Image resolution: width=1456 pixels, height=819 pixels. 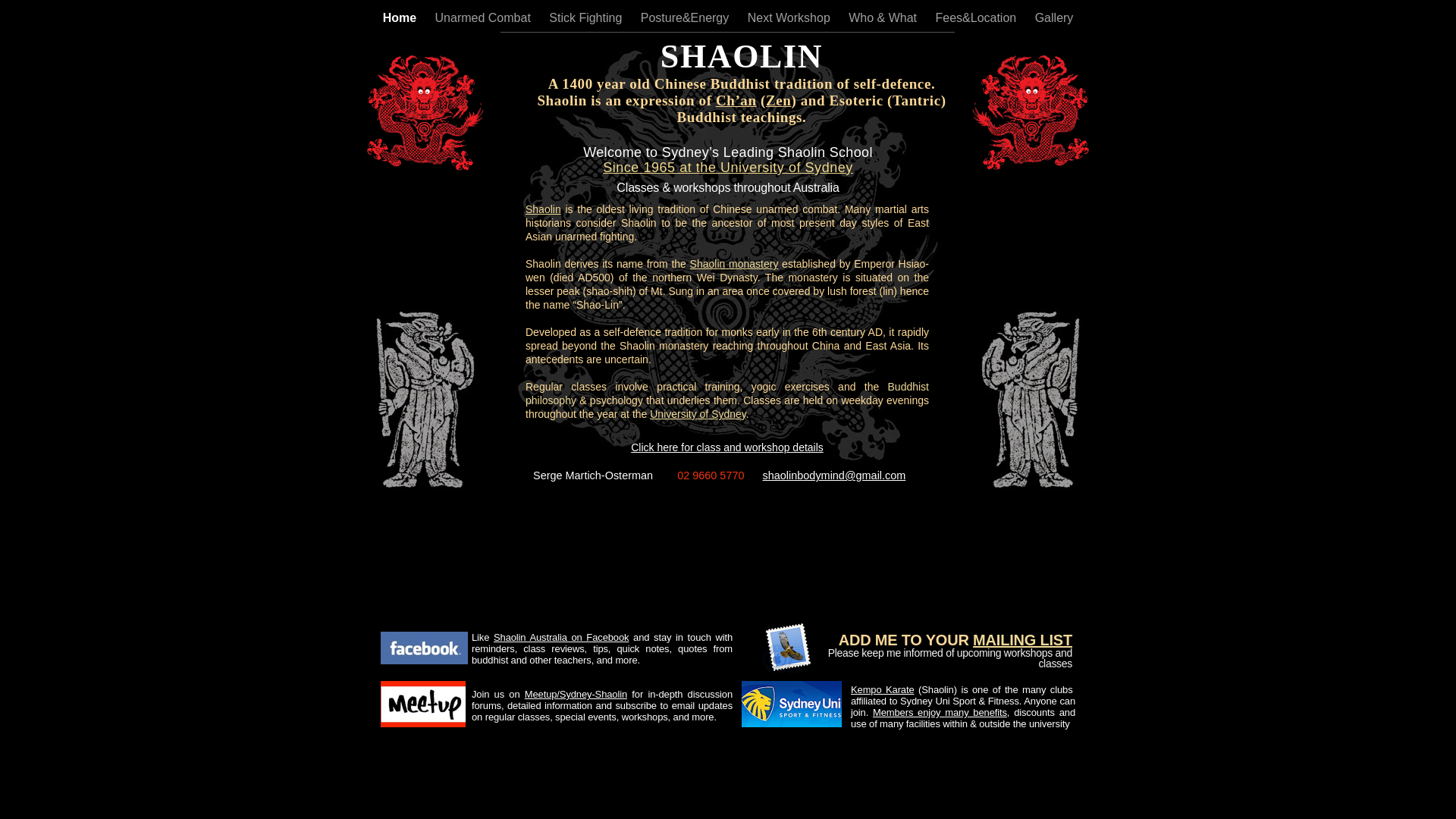 What do you see at coordinates (847, 17) in the screenshot?
I see `'Who & What'` at bounding box center [847, 17].